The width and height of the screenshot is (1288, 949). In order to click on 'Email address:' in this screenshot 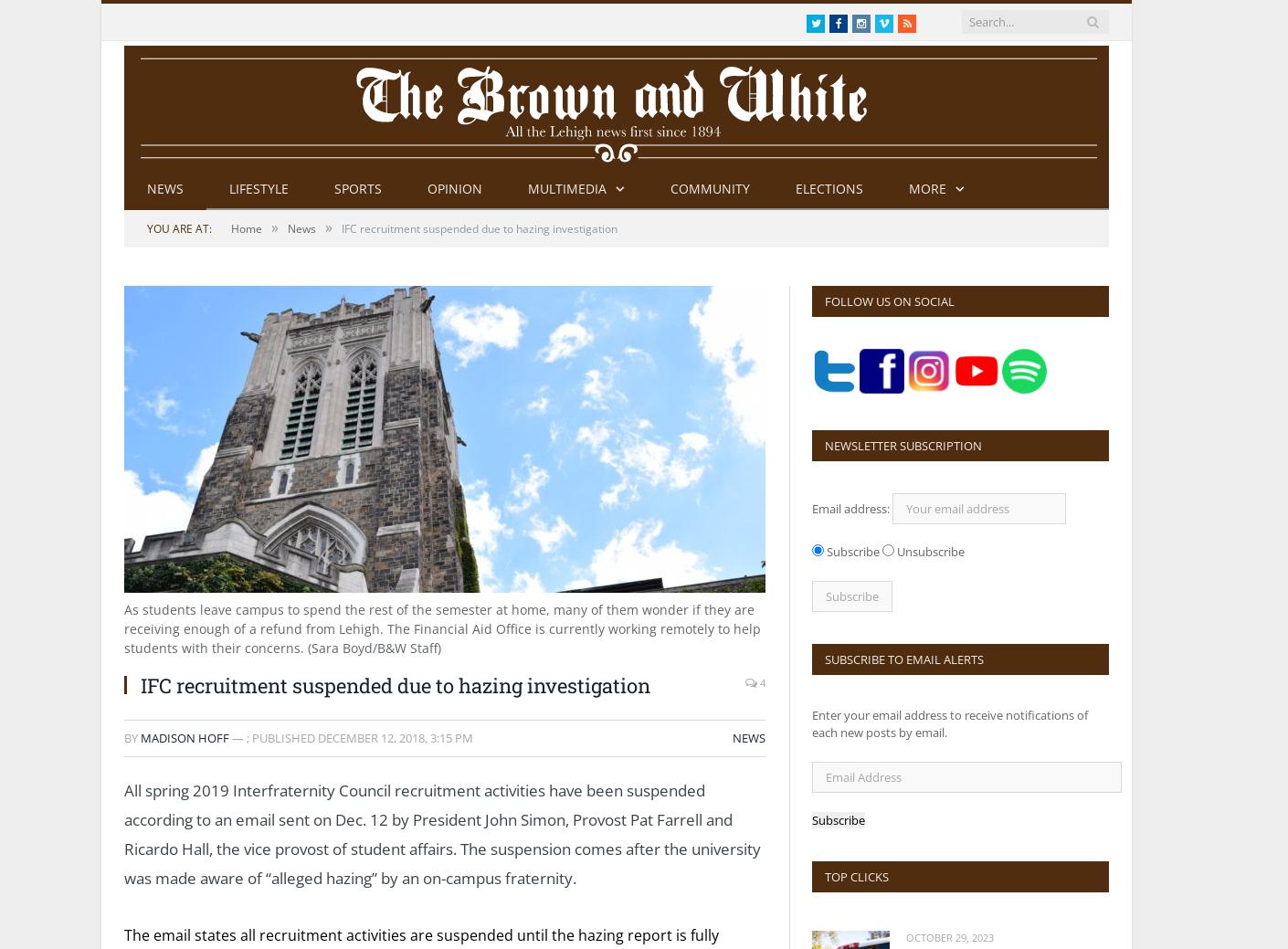, I will do `click(851, 509)`.